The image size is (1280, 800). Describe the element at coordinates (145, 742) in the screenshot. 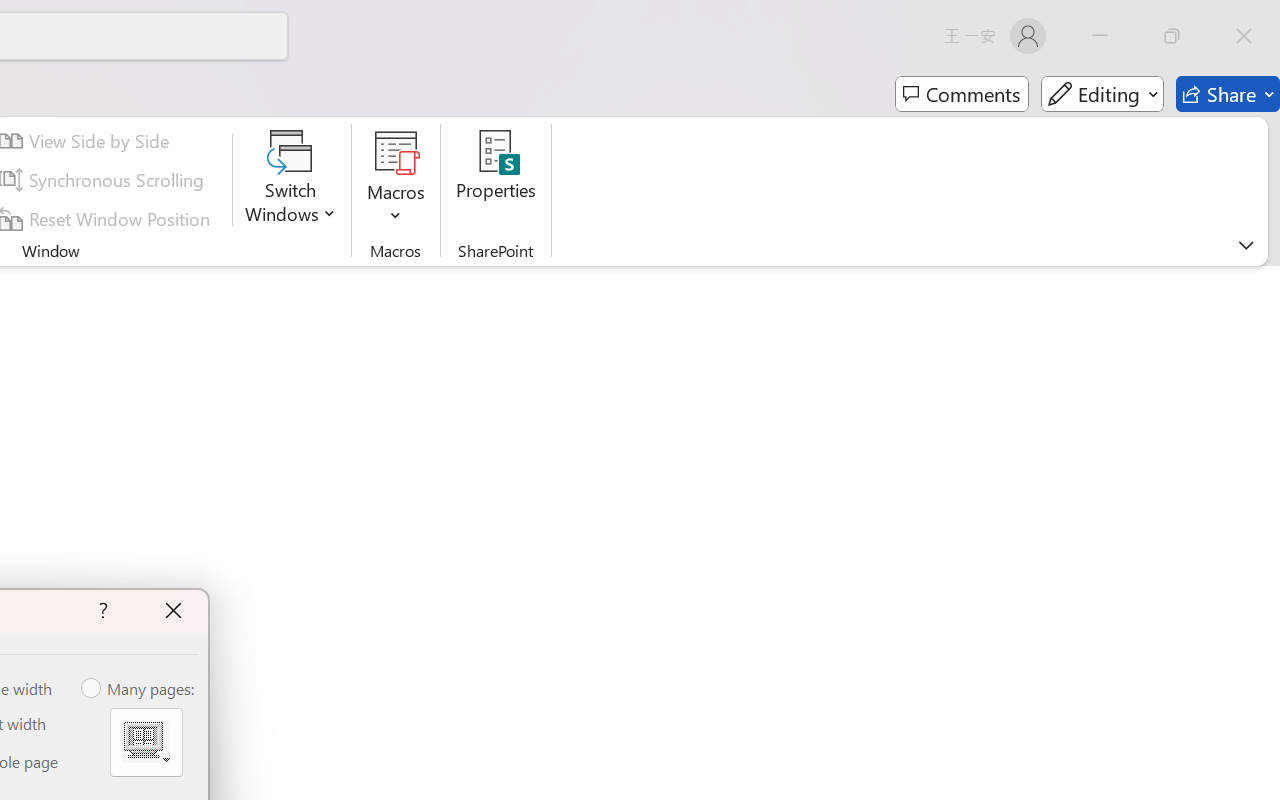

I see `'MSO Generic Control Container'` at that location.